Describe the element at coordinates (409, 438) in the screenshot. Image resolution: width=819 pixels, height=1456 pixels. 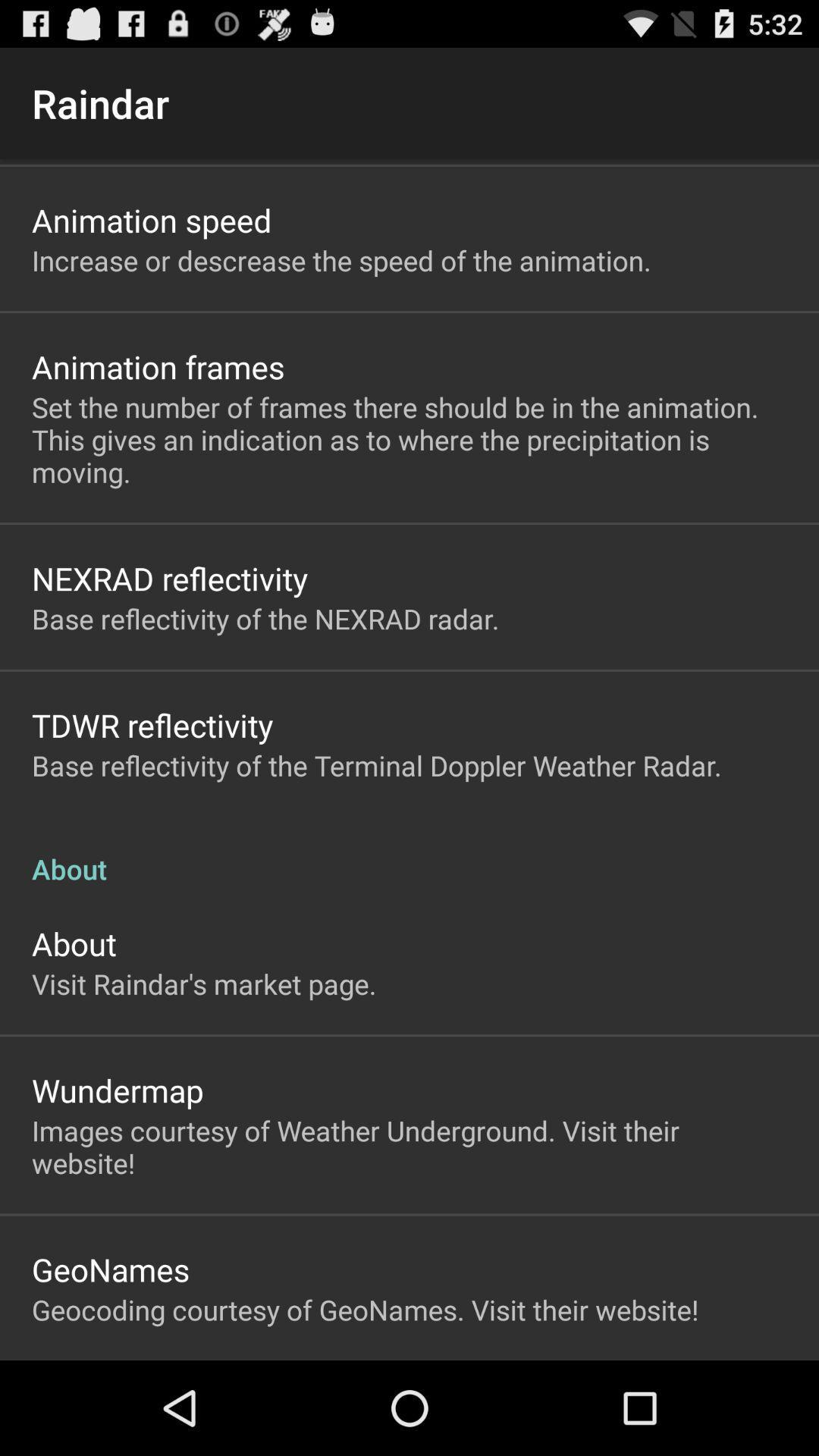
I see `item below animation frames` at that location.